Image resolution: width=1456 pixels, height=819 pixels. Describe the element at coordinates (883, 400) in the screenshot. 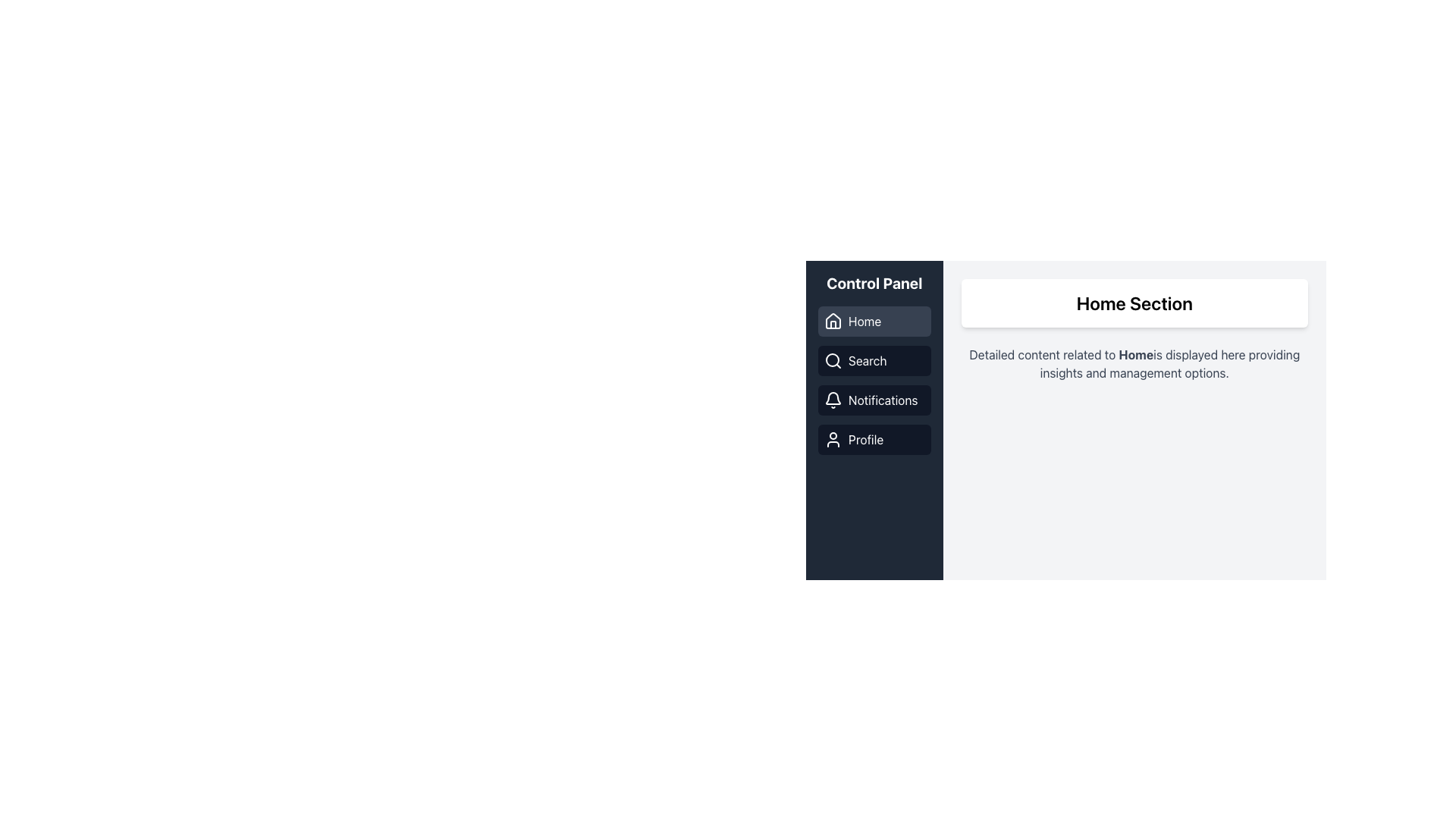

I see `the 'Notifications' text label in the navigation sidebar` at that location.